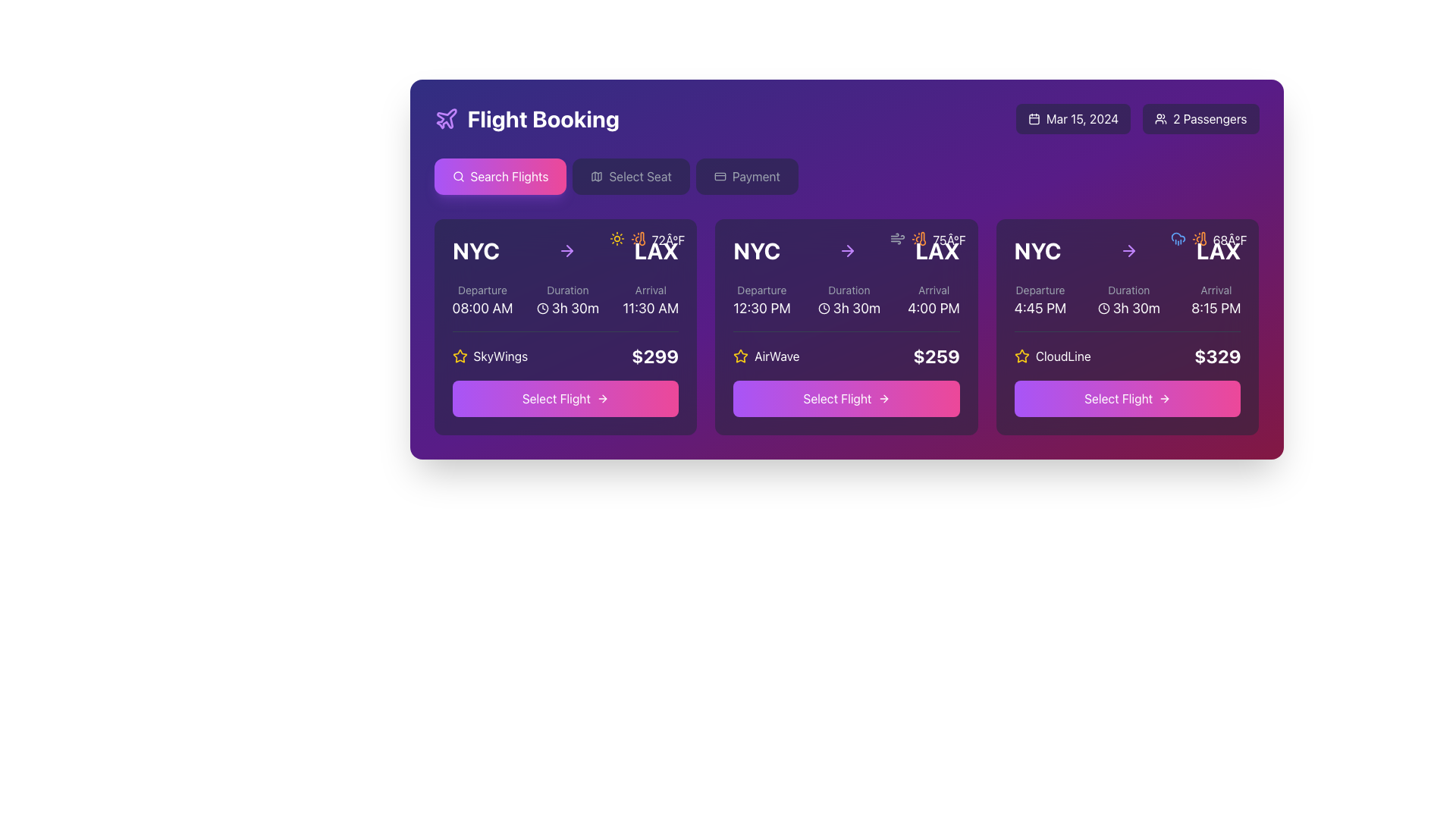  Describe the element at coordinates (747, 175) in the screenshot. I see `the 'Payment' button, which is the third button in a group of three, featuring a dark background and light text` at that location.